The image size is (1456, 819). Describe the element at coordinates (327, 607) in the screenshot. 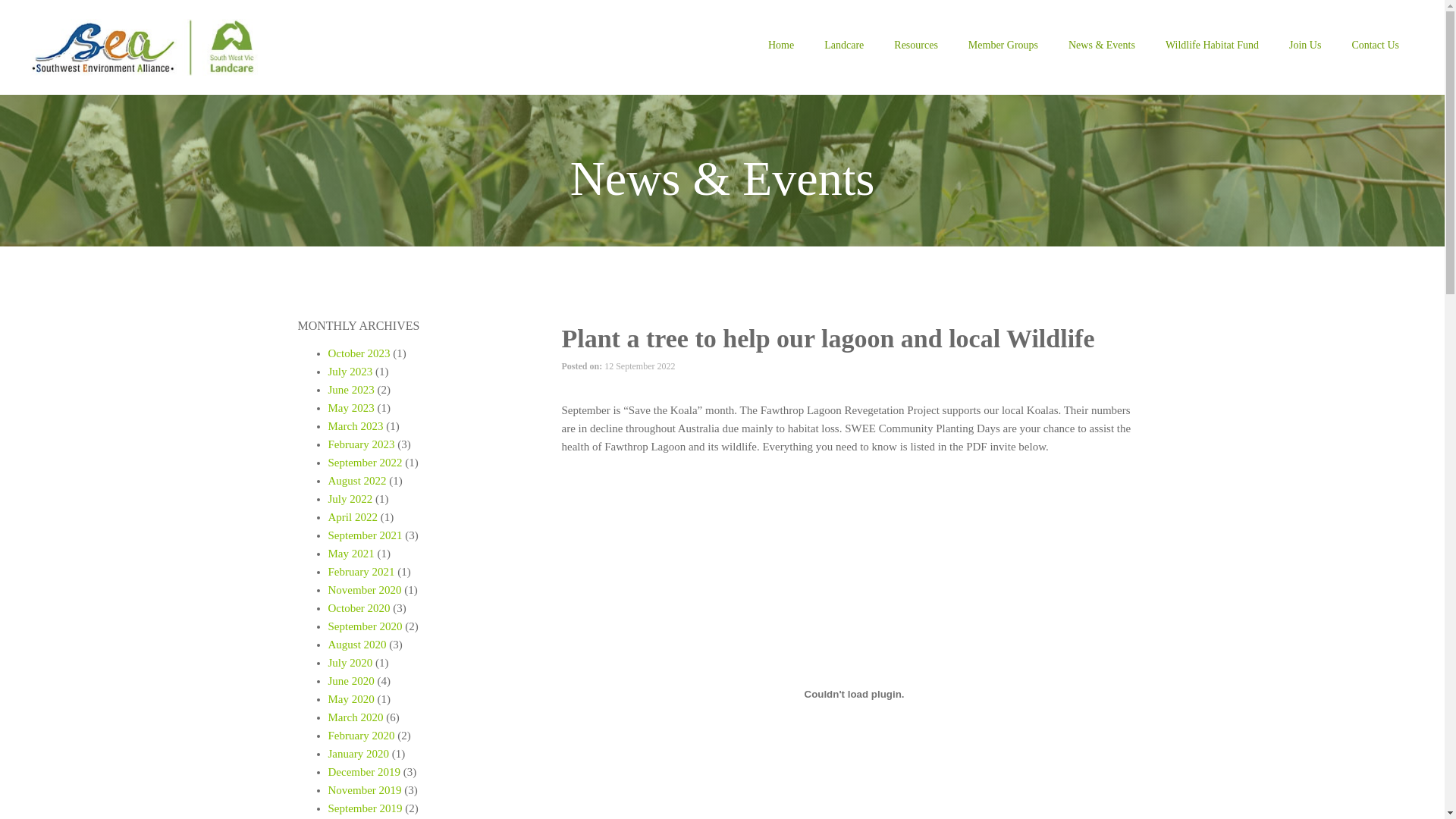

I see `'October 2020'` at that location.